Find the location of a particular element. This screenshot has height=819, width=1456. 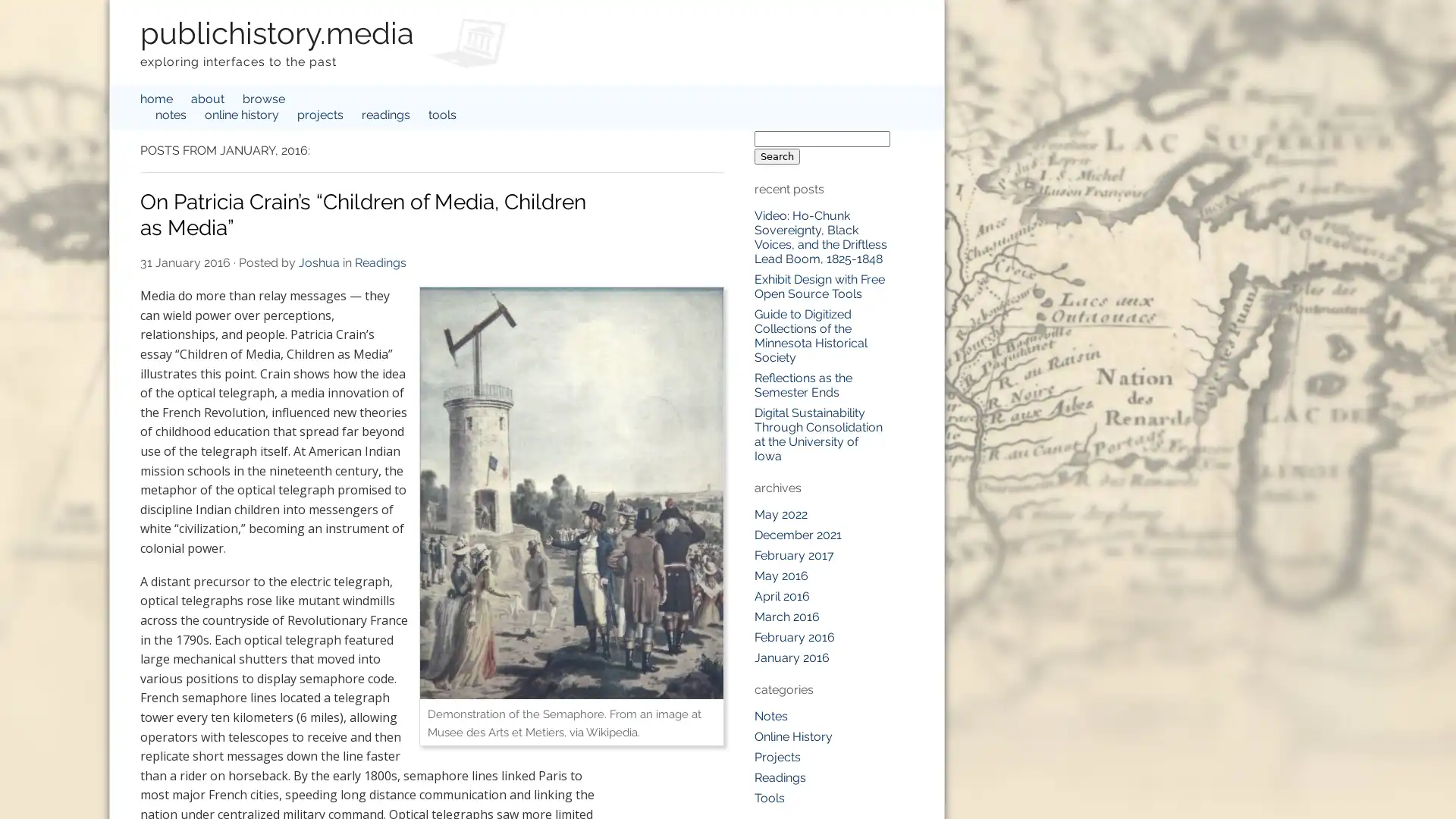

Search is located at coordinates (777, 156).